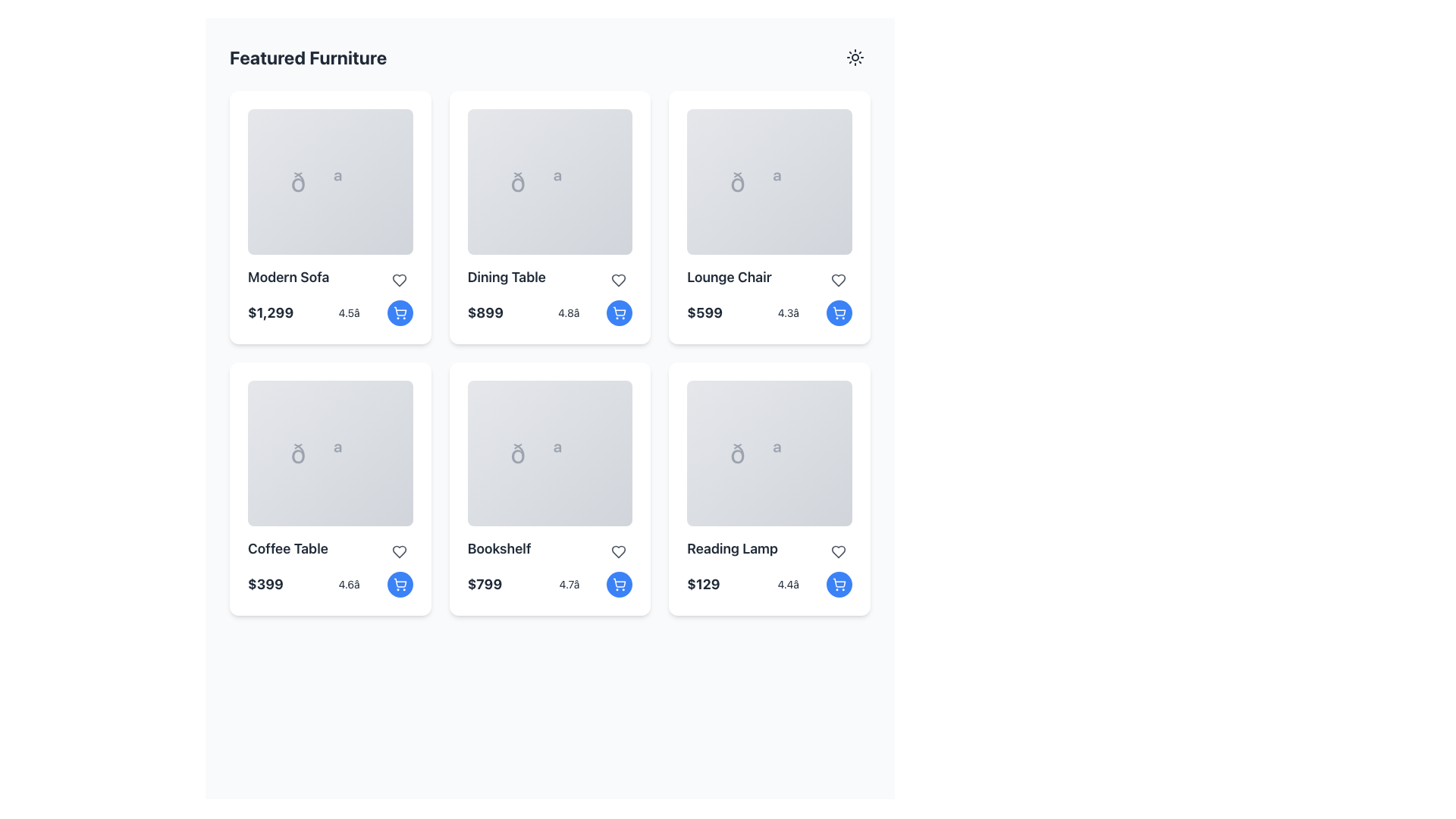 The width and height of the screenshot is (1456, 819). I want to click on the image placeholder for the 'Modern Sofa' product located in the upper-left section of the grid layout under 'Featured Furniture', so click(329, 180).